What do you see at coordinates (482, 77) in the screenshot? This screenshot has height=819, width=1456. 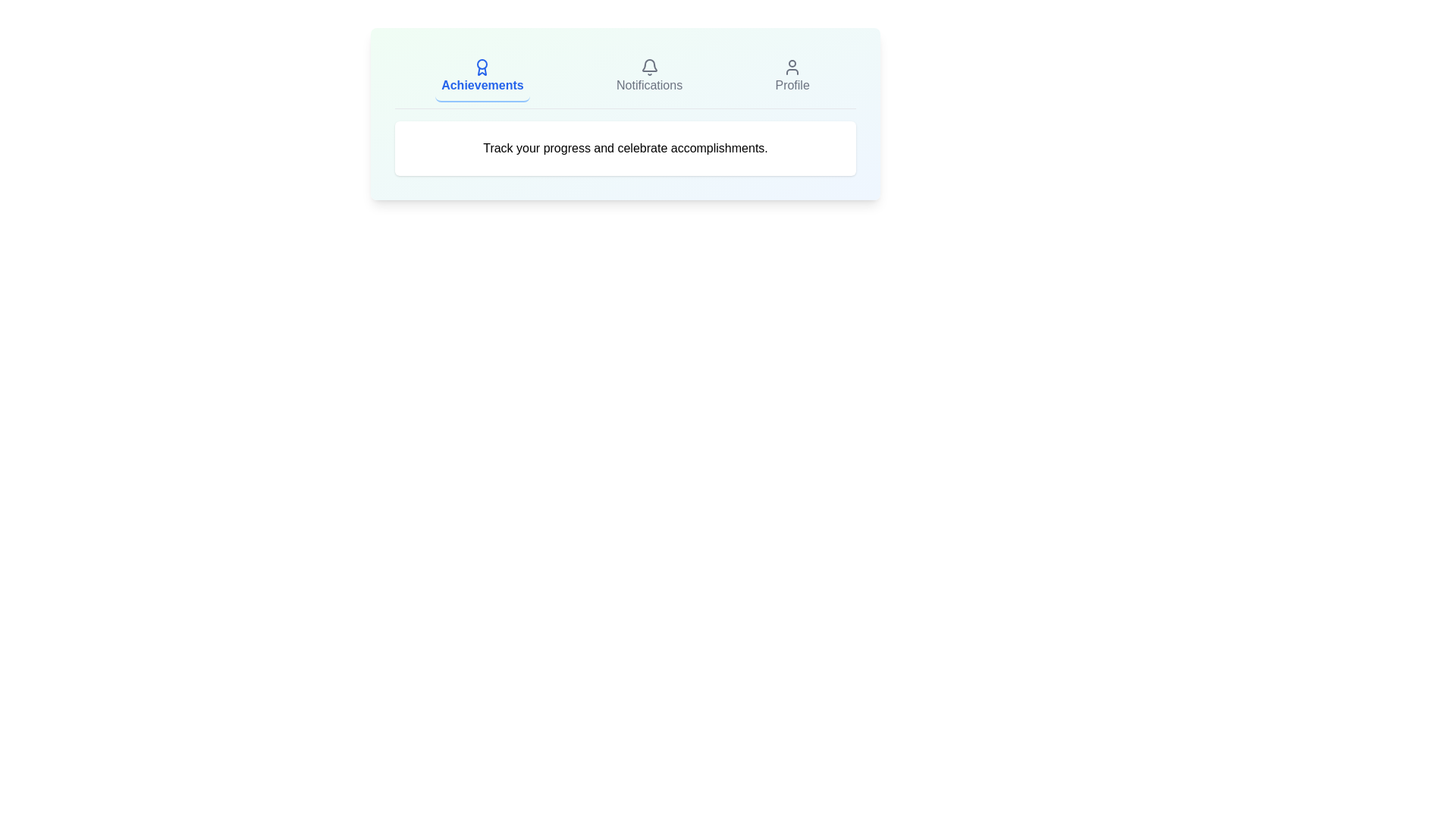 I see `the tab labeled Achievements to observe visual feedback` at bounding box center [482, 77].